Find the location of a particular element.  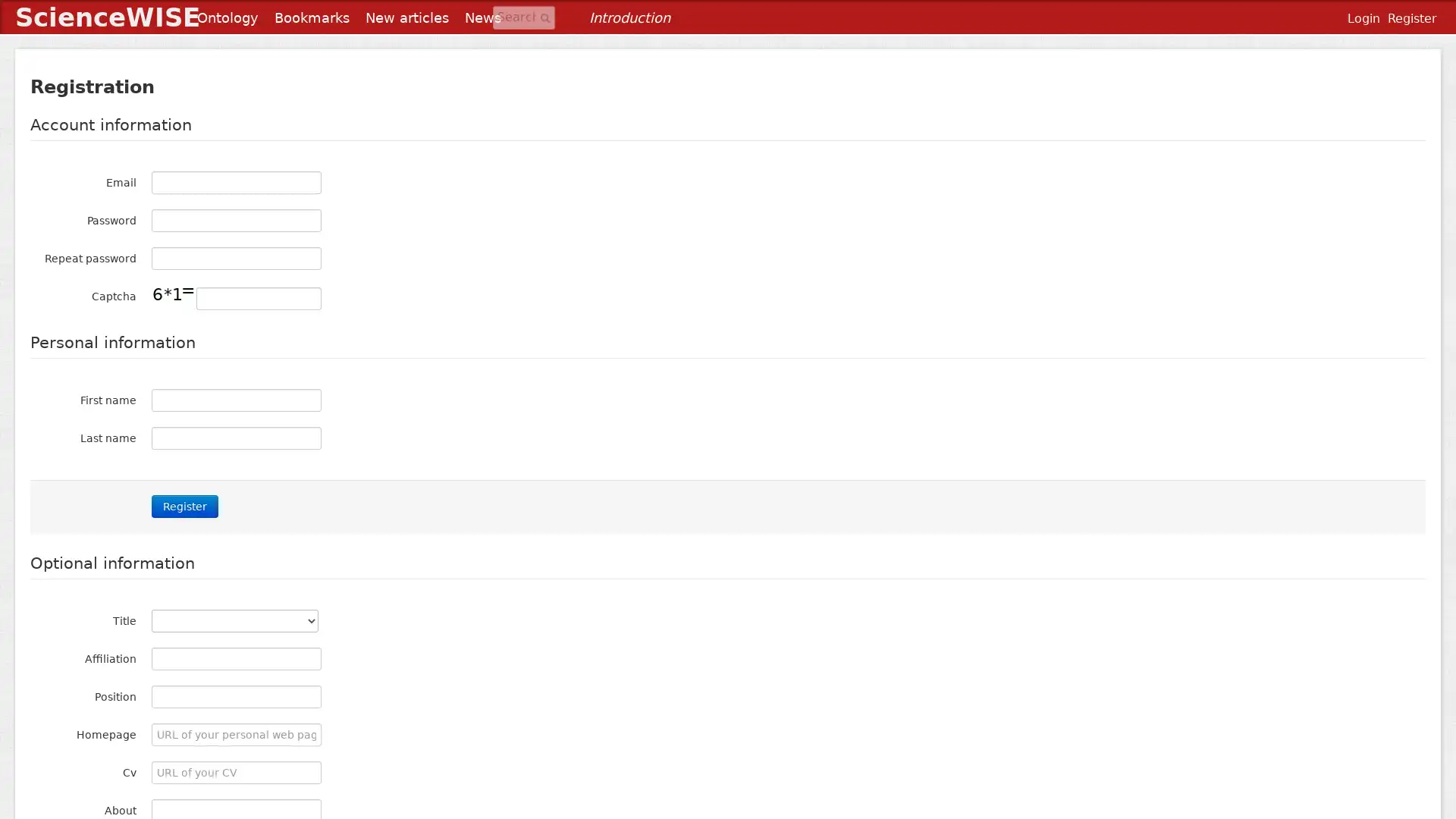

Register is located at coordinates (184, 506).